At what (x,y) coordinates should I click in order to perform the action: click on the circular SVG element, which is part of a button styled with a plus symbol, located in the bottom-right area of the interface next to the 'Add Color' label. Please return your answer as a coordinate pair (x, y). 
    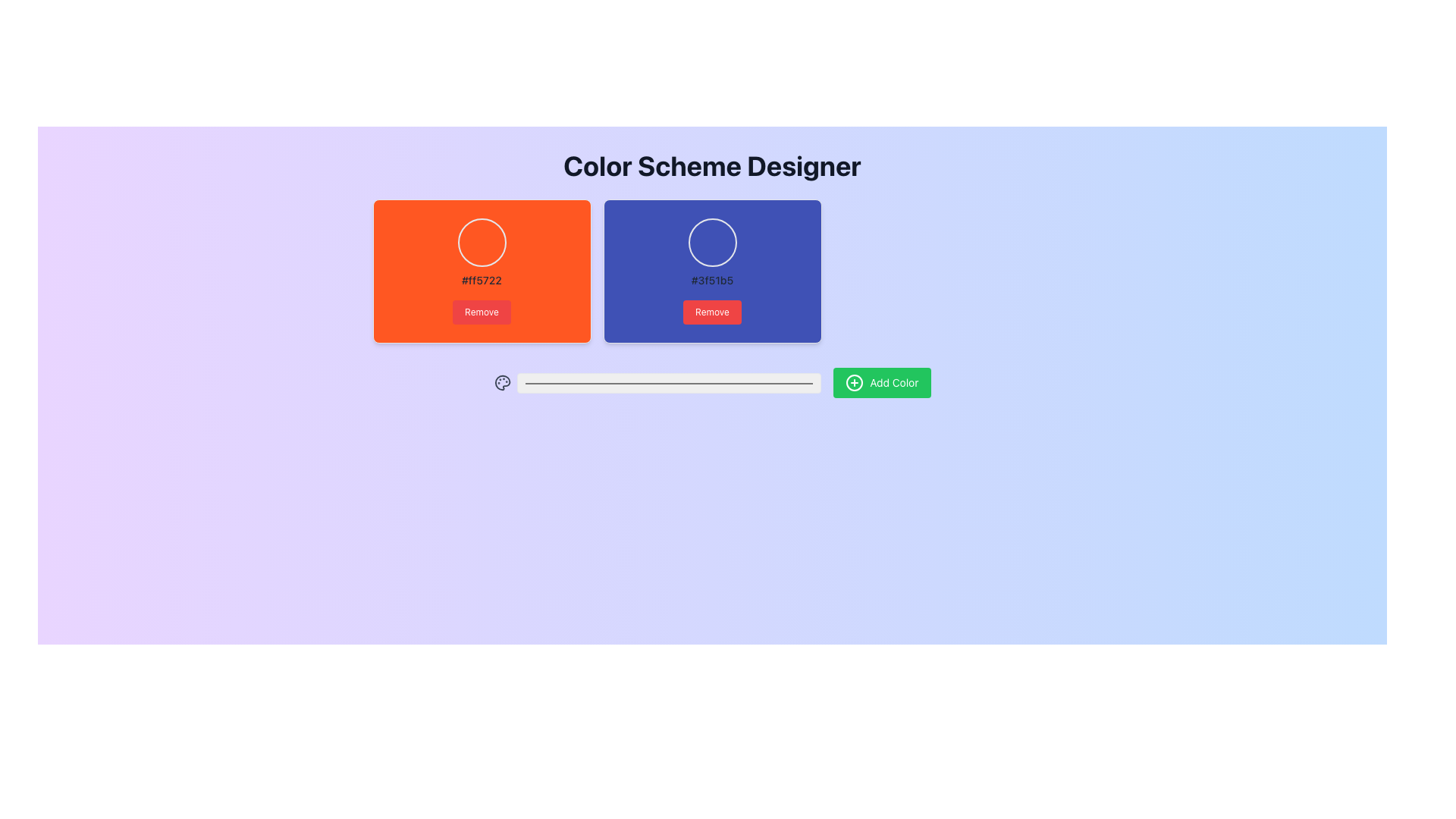
    Looking at the image, I should click on (855, 382).